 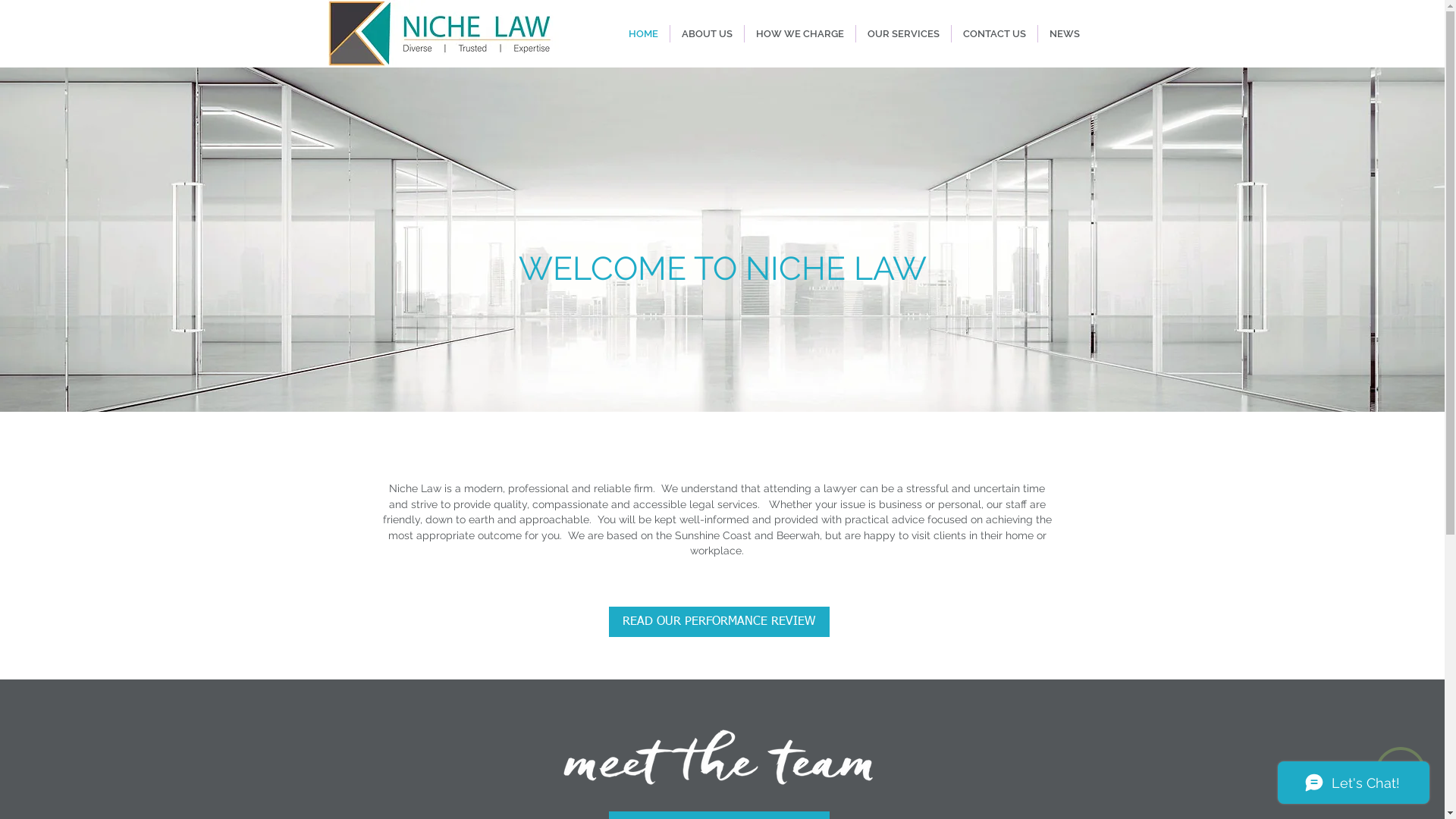 I want to click on 'CONTACT US', so click(x=993, y=33).